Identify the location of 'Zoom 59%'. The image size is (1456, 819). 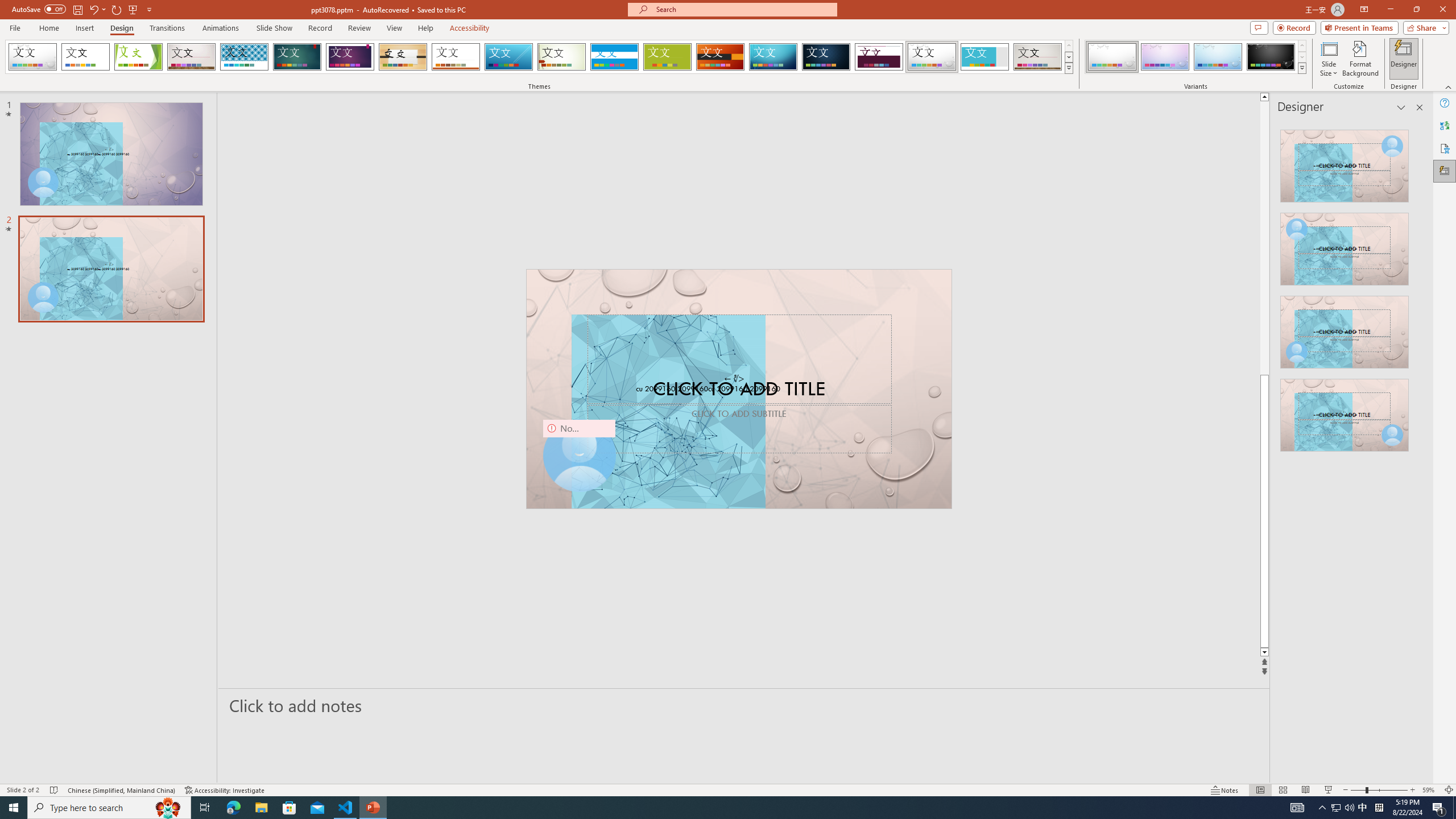
(1430, 790).